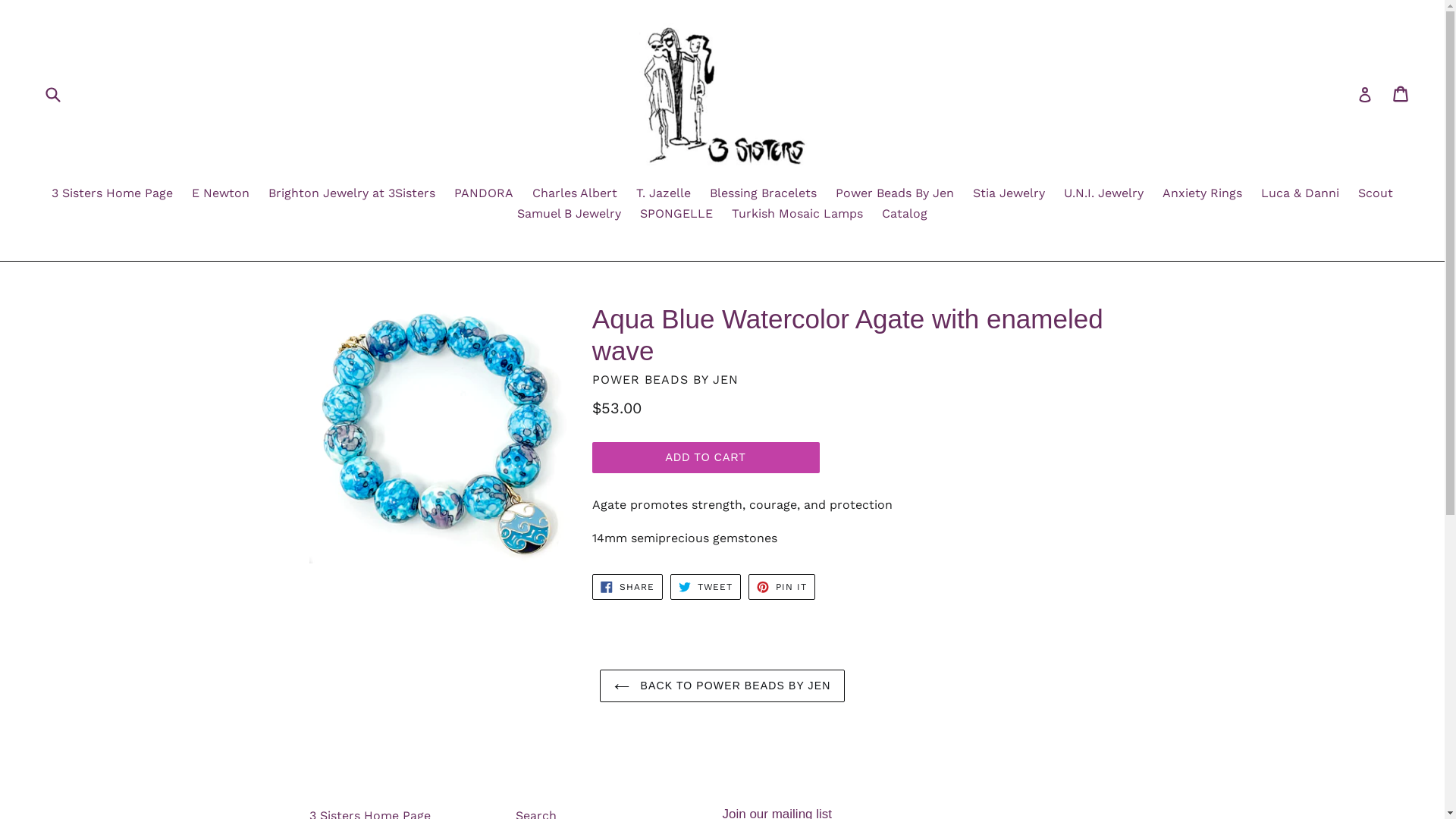  Describe the element at coordinates (964, 193) in the screenshot. I see `'Stia Jewelry'` at that location.